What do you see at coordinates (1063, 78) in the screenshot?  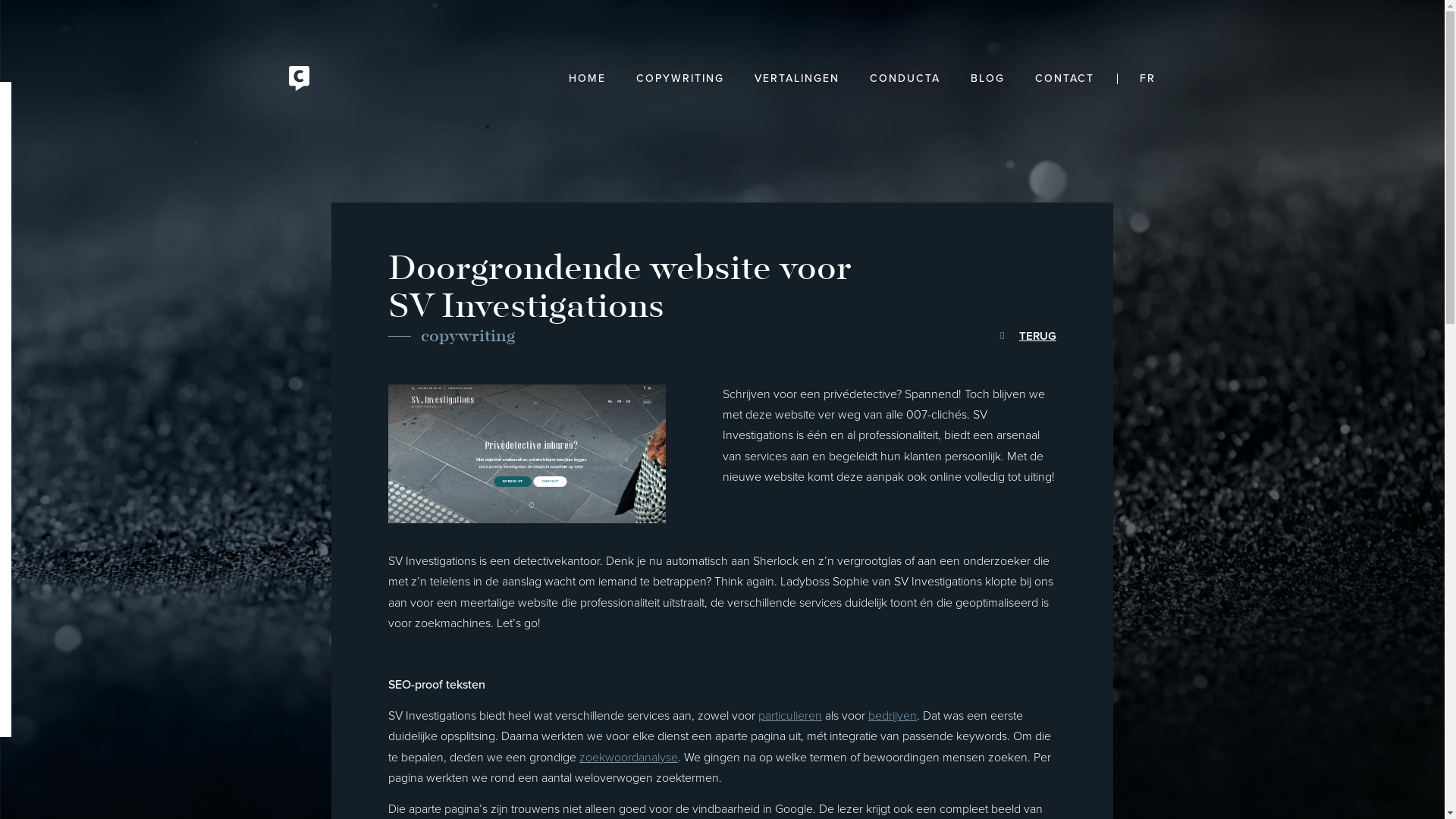 I see `'CONTACT'` at bounding box center [1063, 78].